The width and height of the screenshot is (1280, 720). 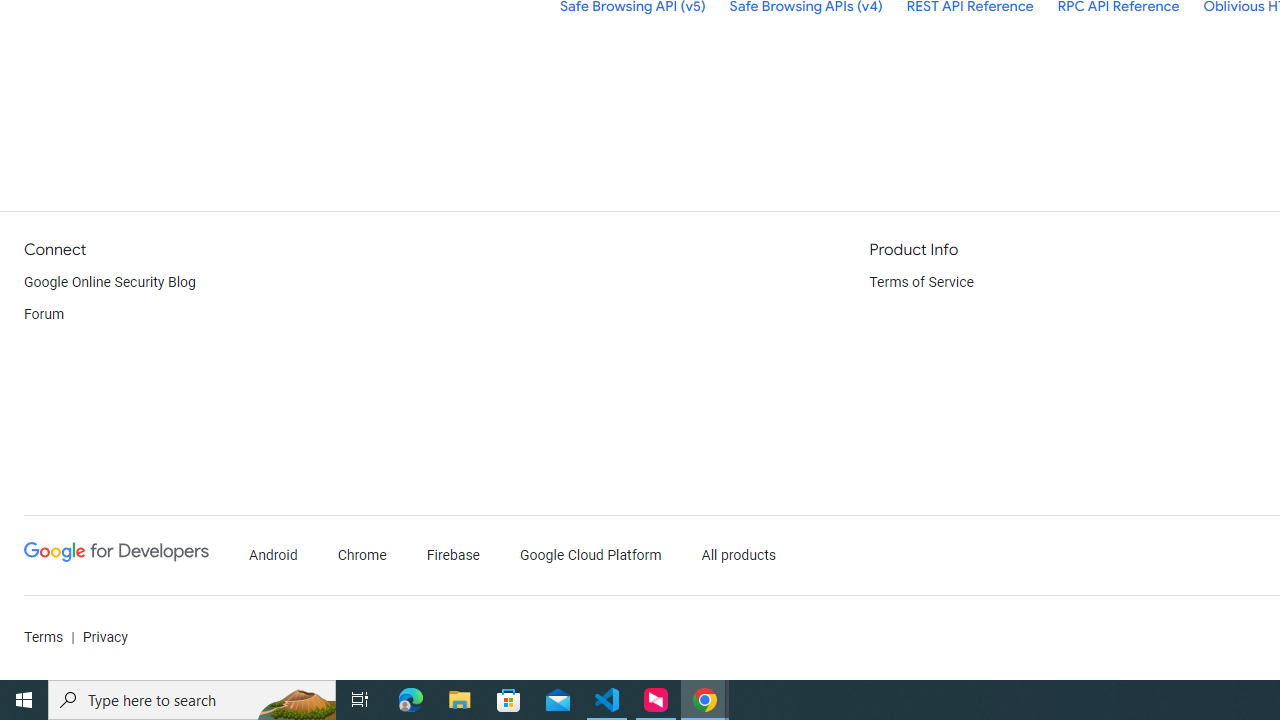 I want to click on 'Terms of Service', so click(x=920, y=282).